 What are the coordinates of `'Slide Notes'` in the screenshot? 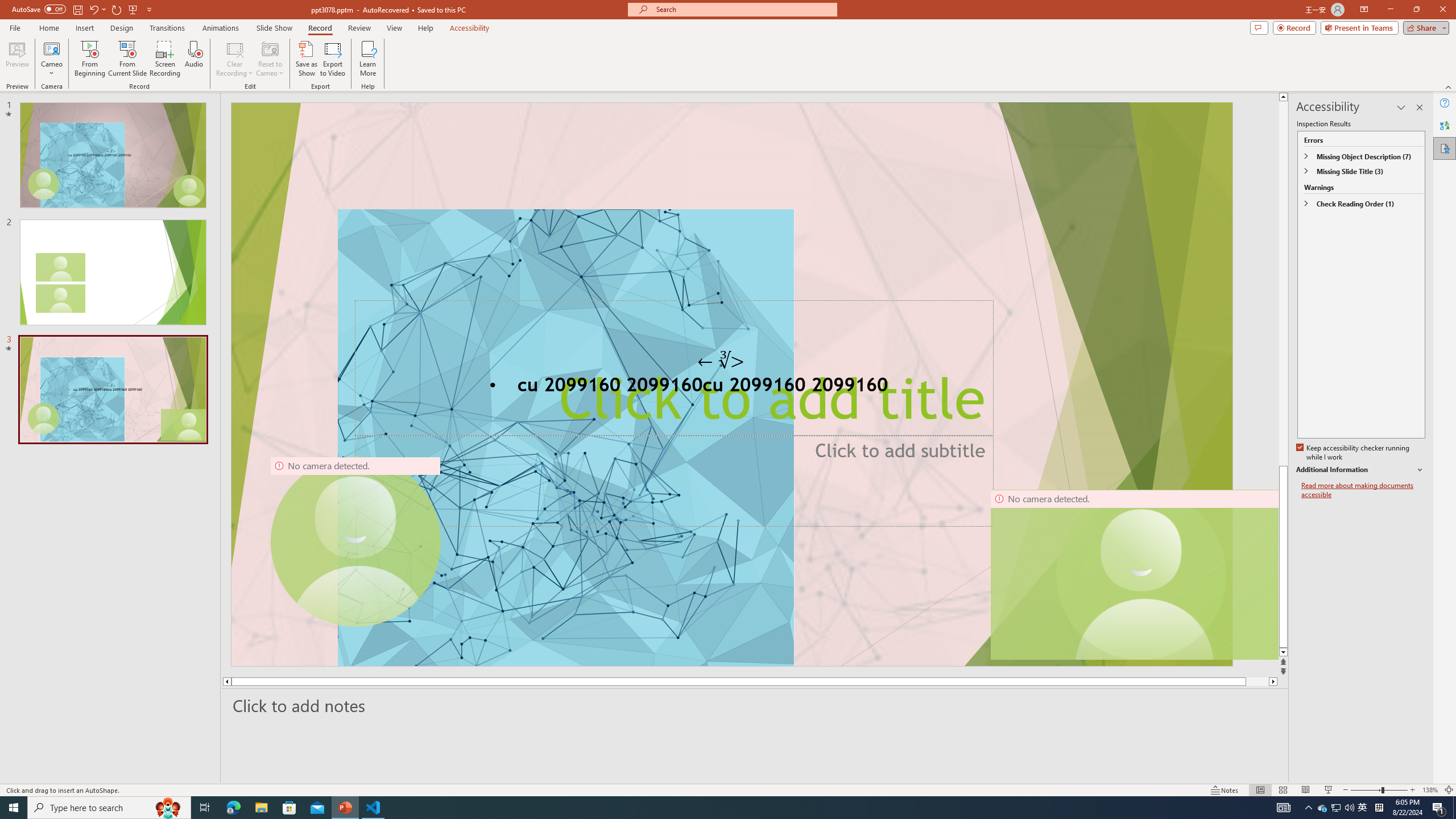 It's located at (755, 705).